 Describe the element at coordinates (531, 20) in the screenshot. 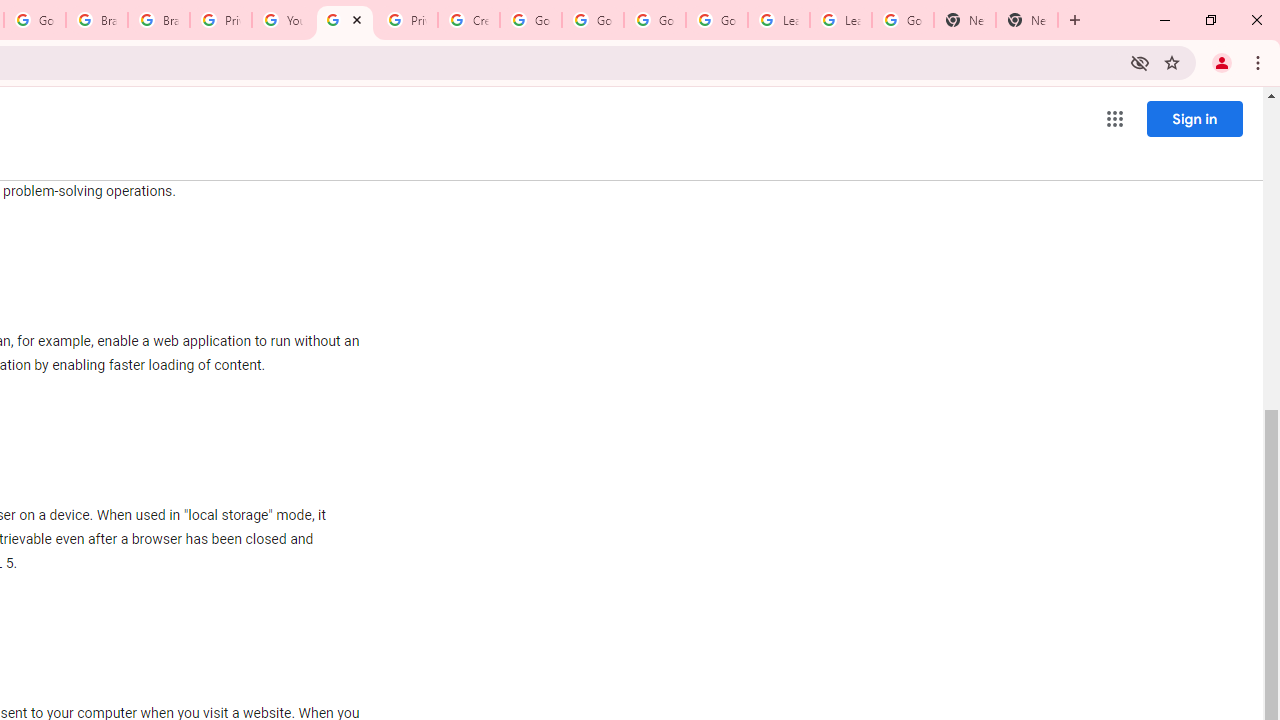

I see `'Google Account Help'` at that location.